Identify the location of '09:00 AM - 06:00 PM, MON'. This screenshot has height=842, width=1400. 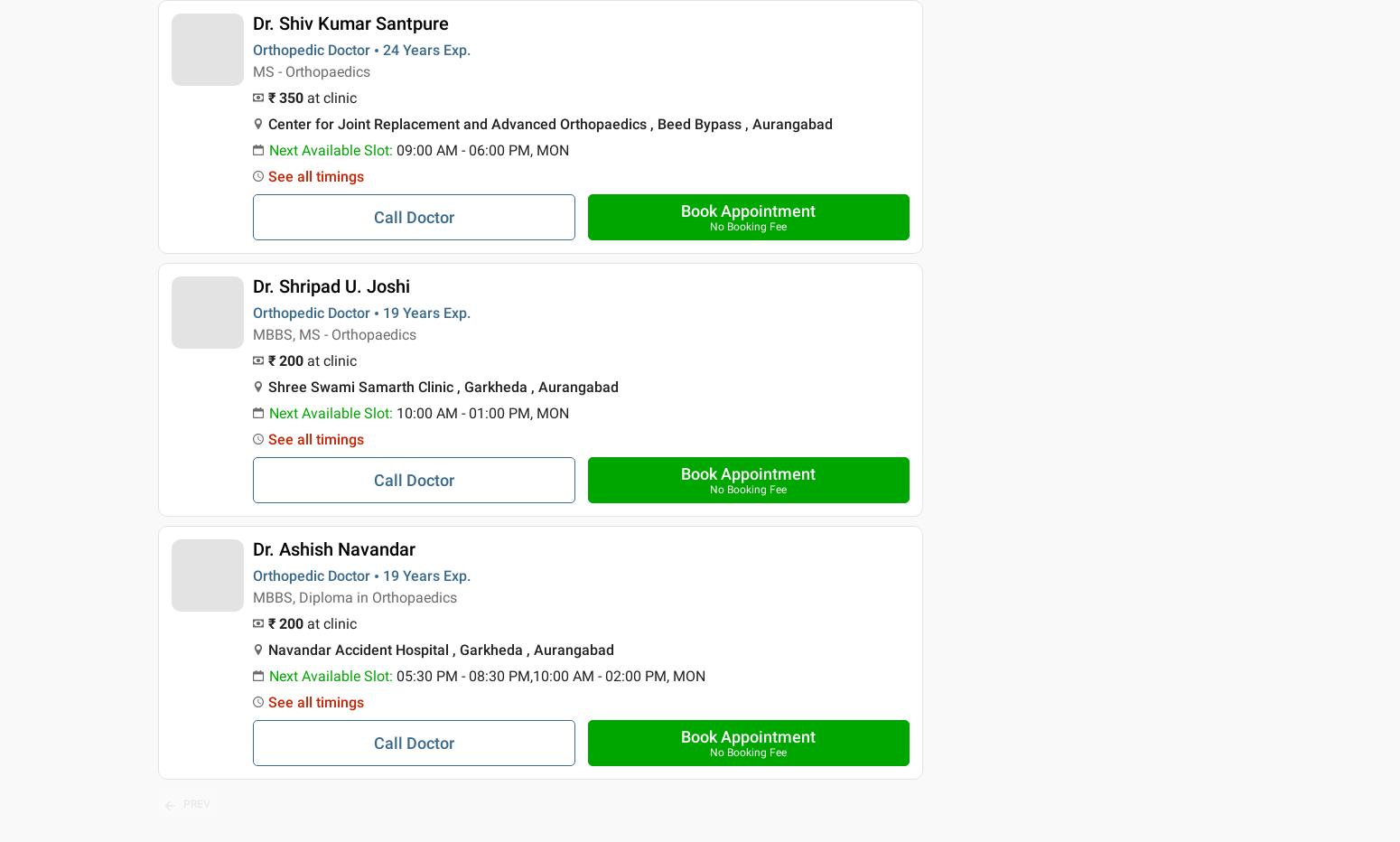
(481, 149).